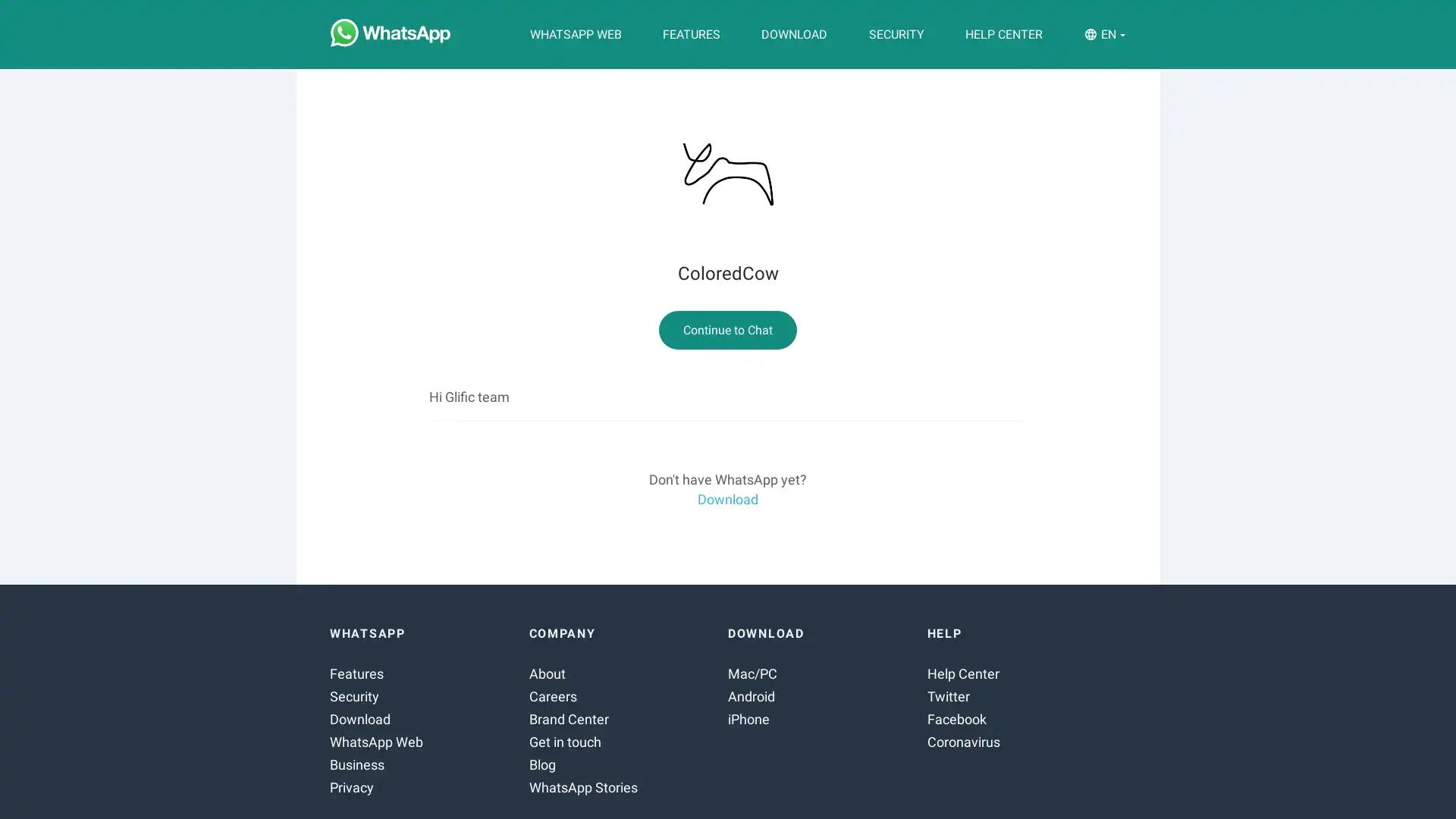 This screenshot has width=1456, height=819. I want to click on EN, so click(1105, 34).